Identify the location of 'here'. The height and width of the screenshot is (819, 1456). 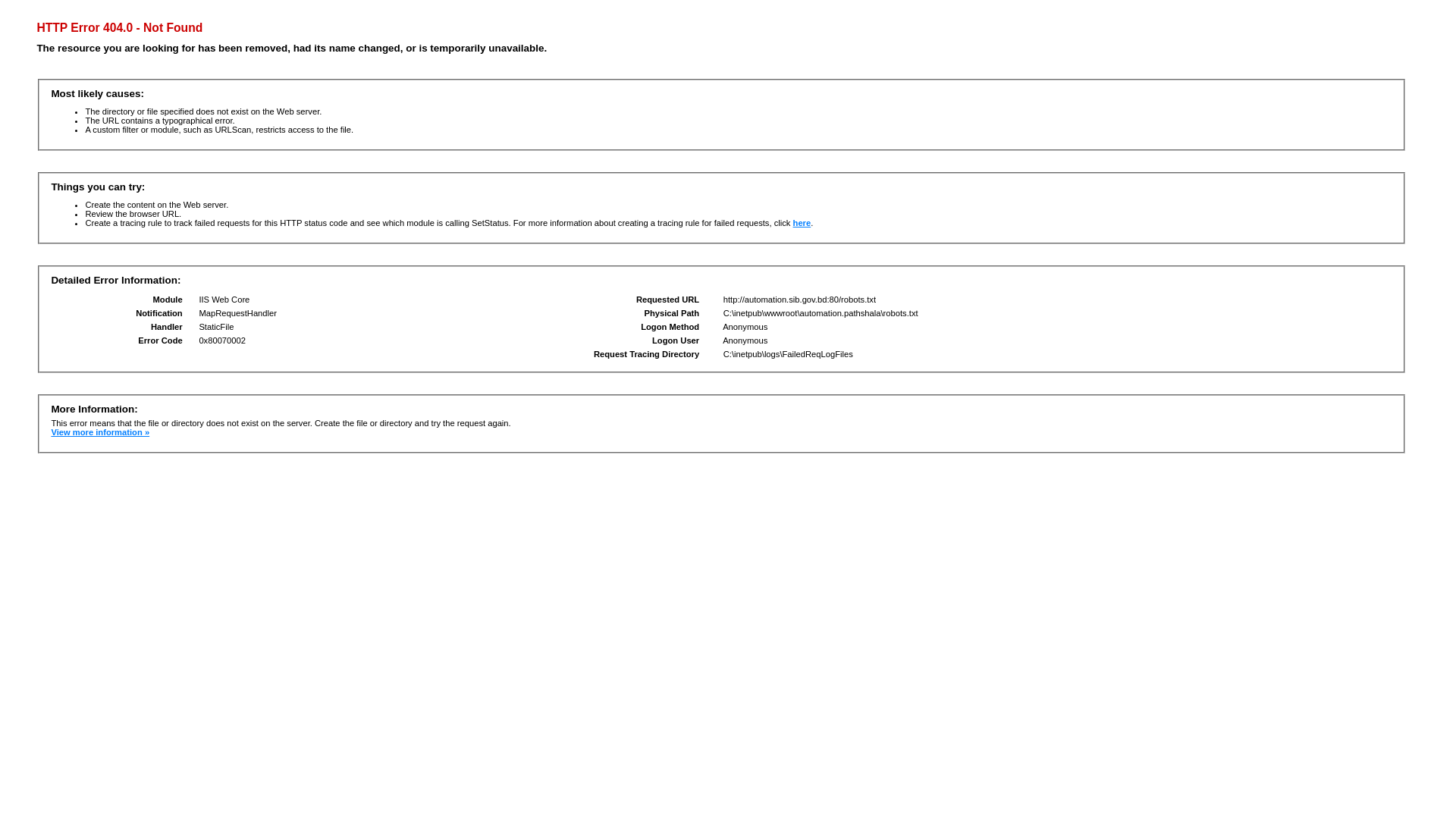
(801, 222).